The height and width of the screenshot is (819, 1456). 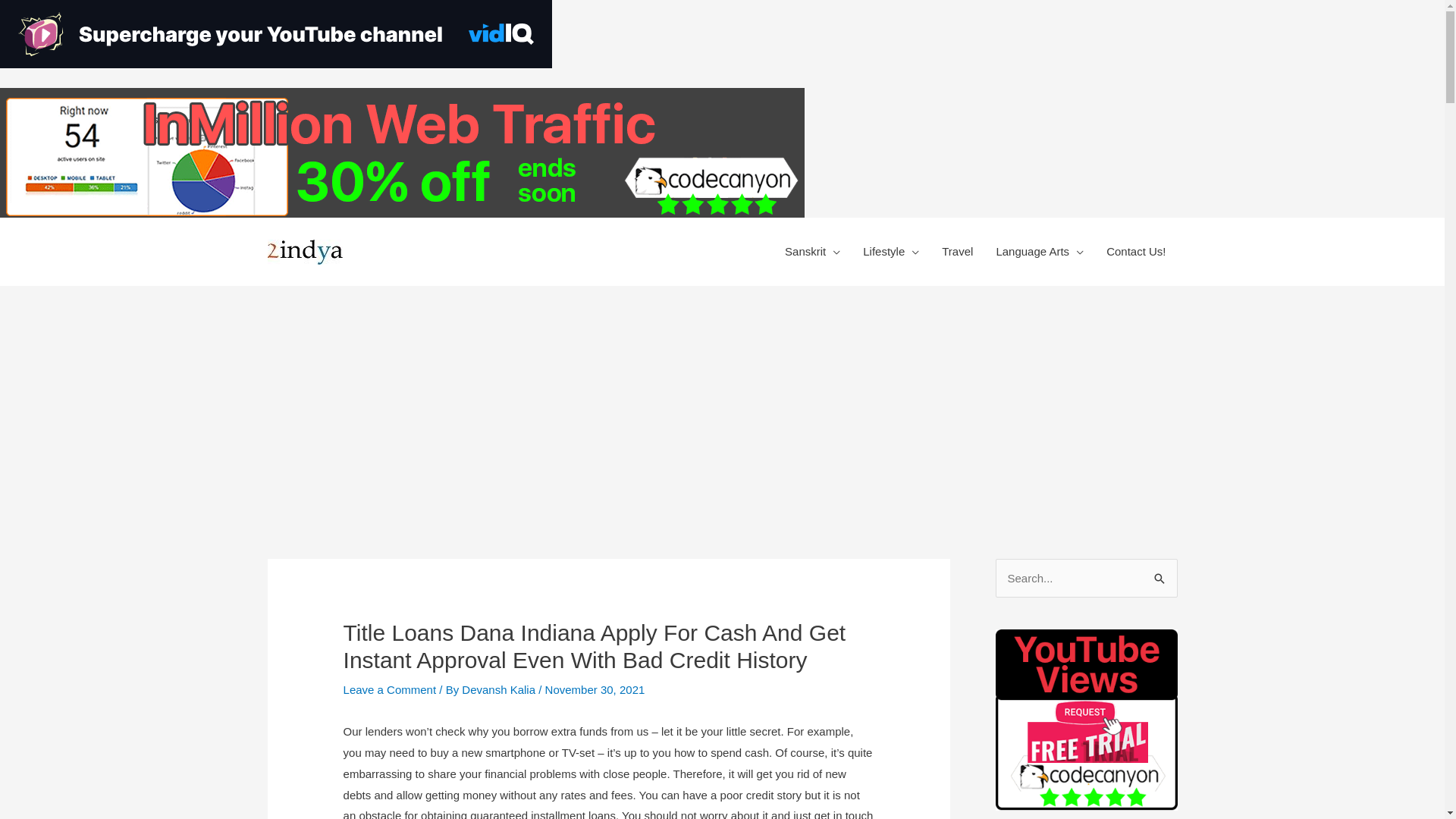 What do you see at coordinates (1135, 250) in the screenshot?
I see `'Contact Us!'` at bounding box center [1135, 250].